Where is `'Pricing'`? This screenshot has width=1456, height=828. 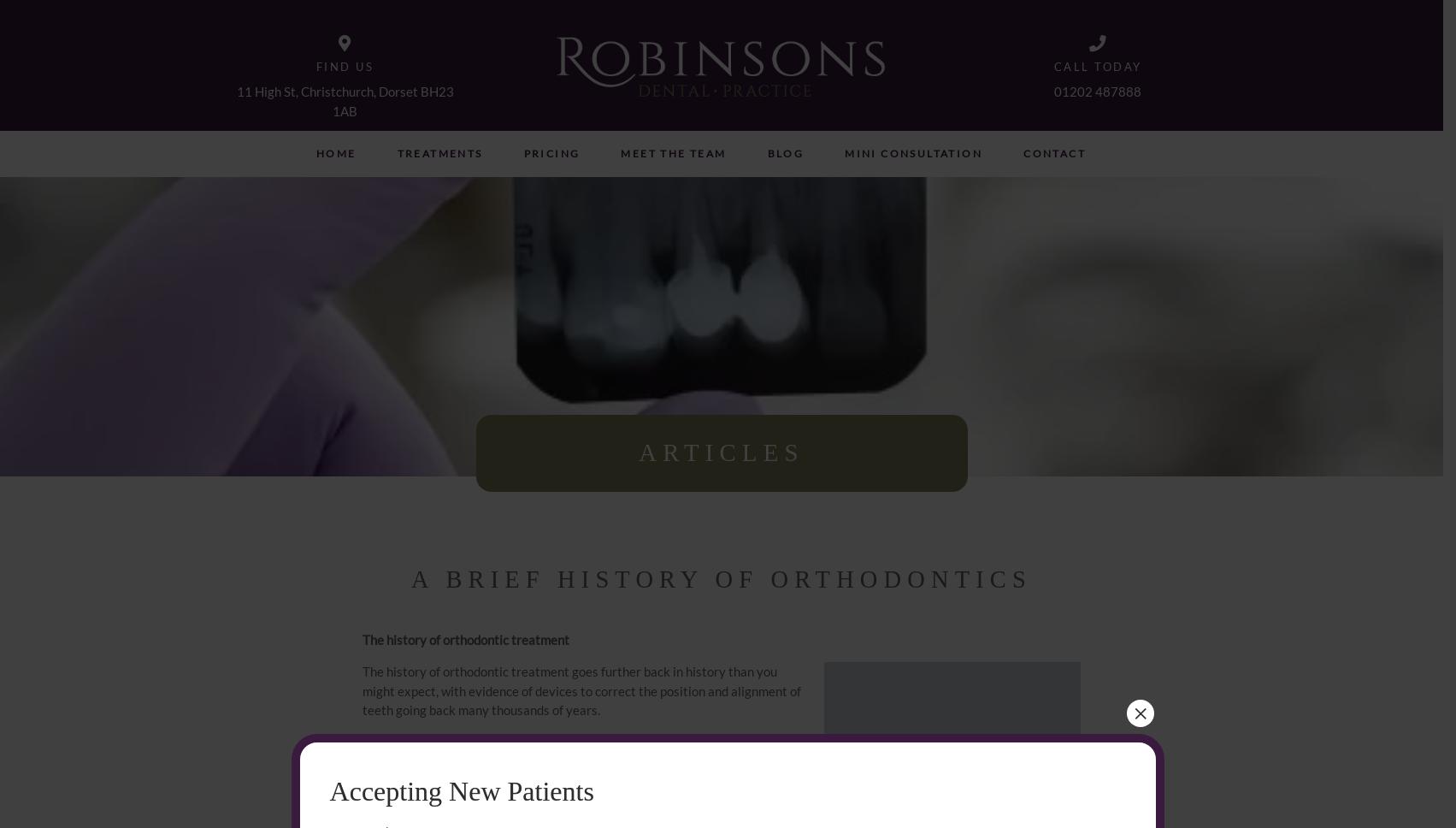 'Pricing' is located at coordinates (550, 153).